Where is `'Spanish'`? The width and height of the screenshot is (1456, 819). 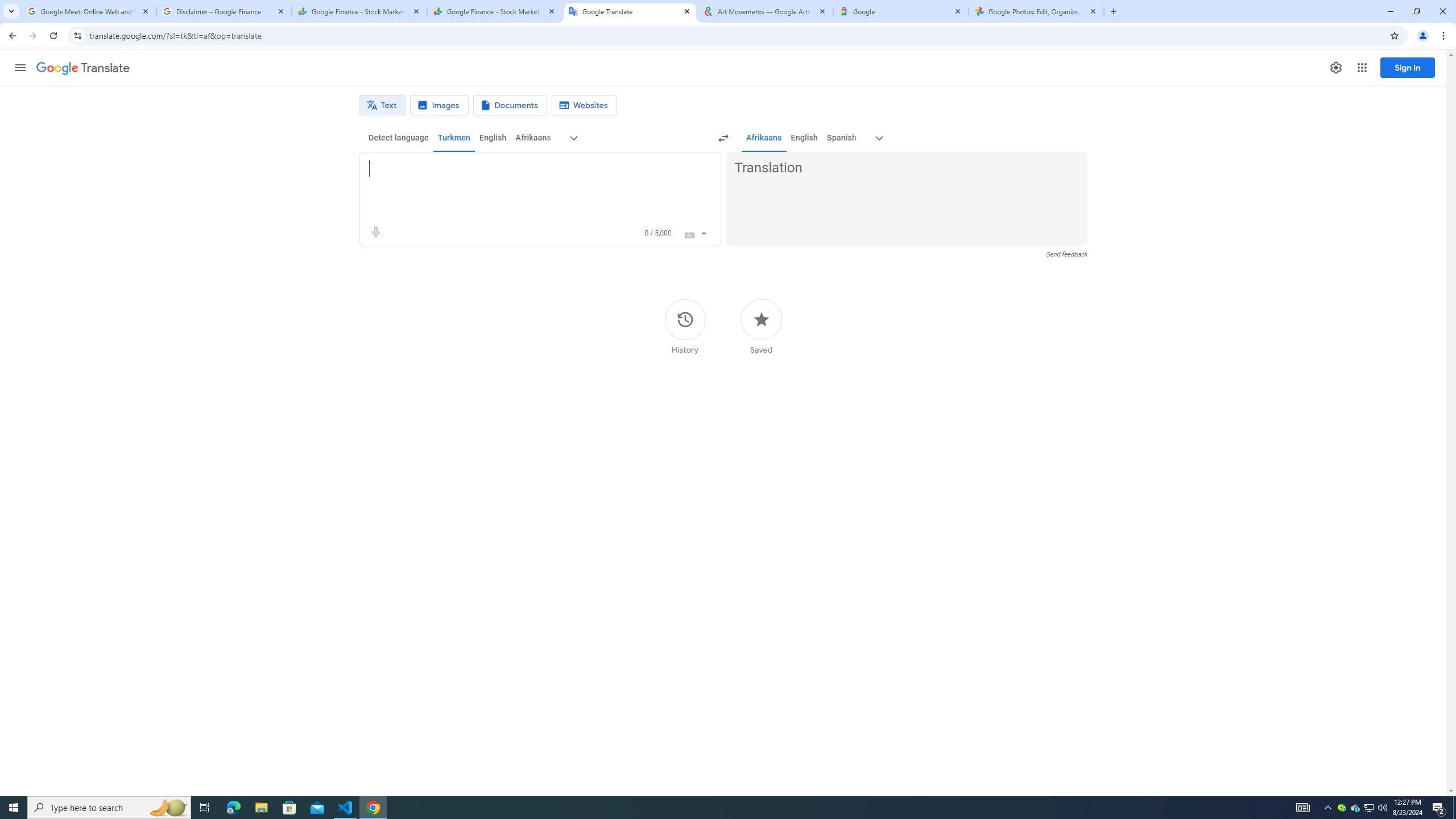
'Spanish' is located at coordinates (840, 137).